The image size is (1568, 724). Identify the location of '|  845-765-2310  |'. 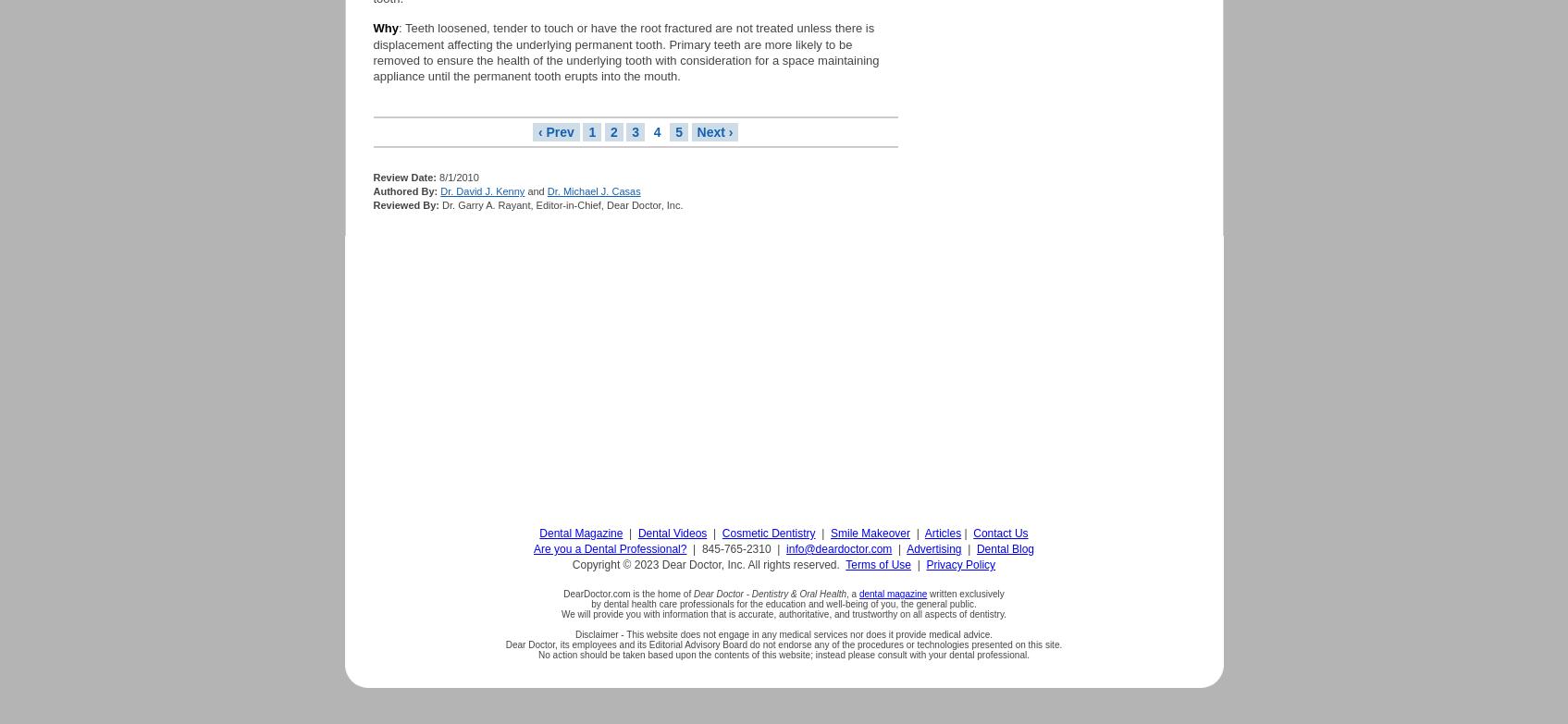
(735, 547).